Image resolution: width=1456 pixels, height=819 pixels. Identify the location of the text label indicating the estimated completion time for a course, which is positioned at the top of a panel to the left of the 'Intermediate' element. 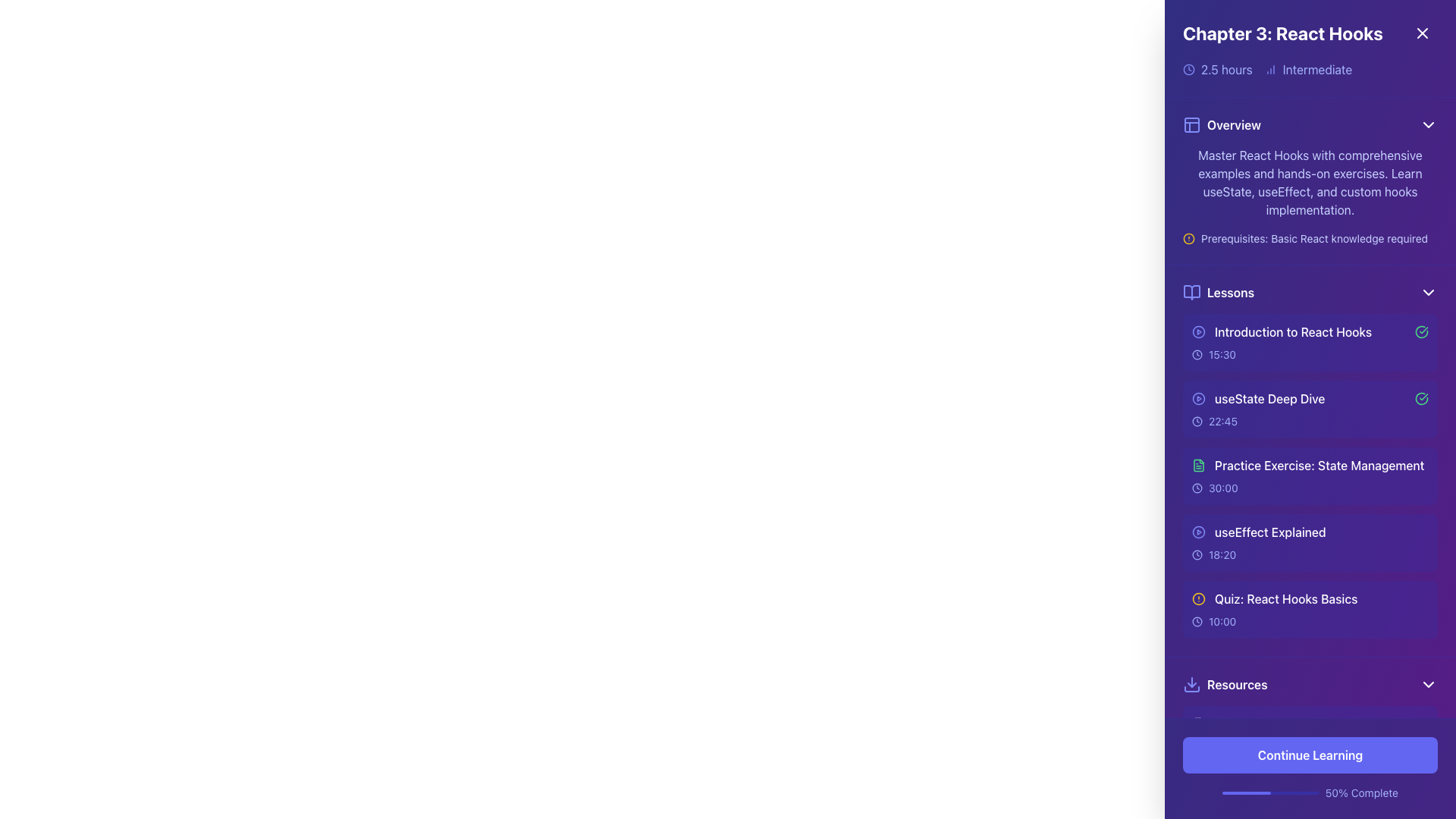
(1217, 70).